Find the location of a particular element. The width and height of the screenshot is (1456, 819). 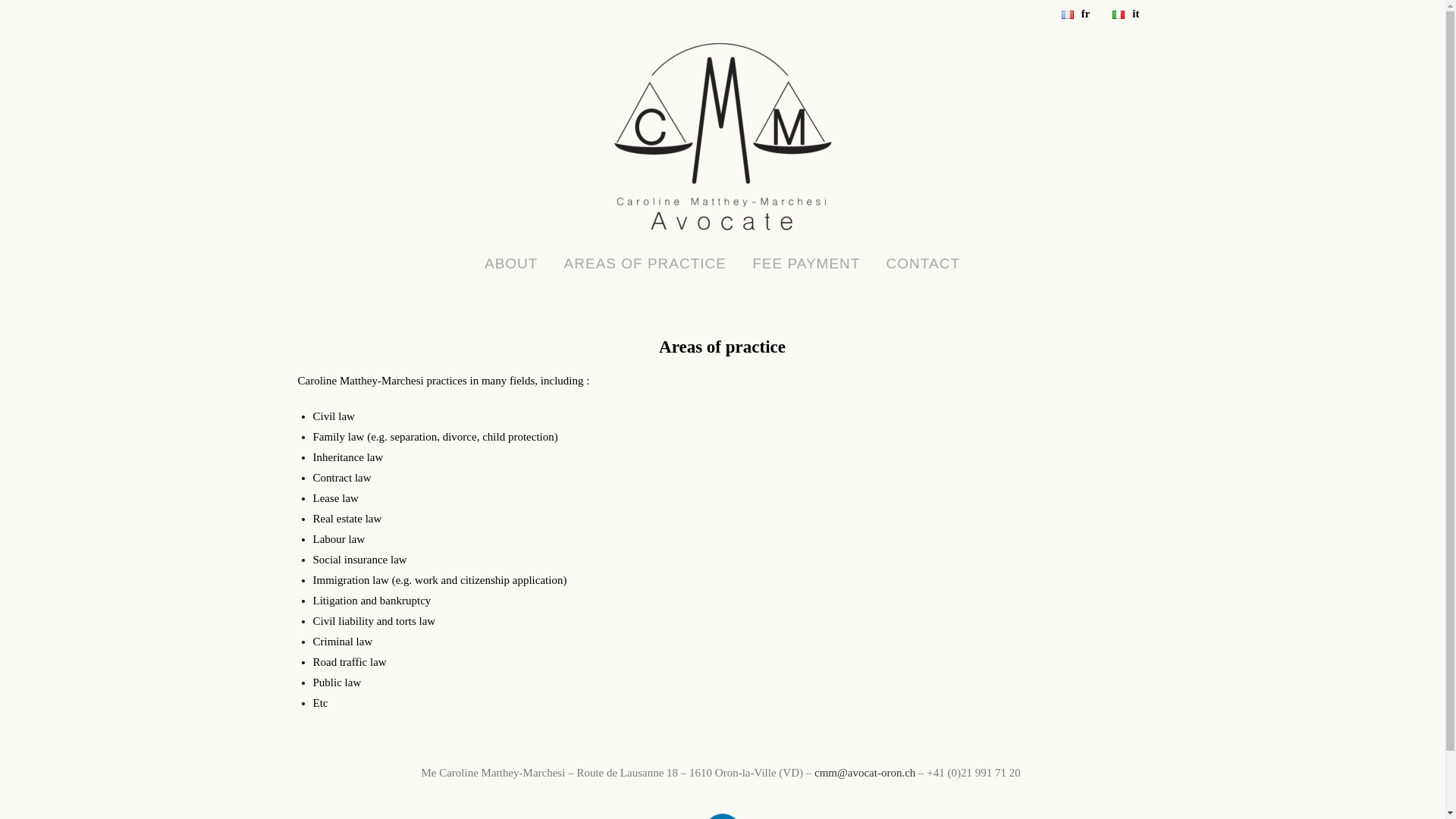

'it' is located at coordinates (1122, 14).